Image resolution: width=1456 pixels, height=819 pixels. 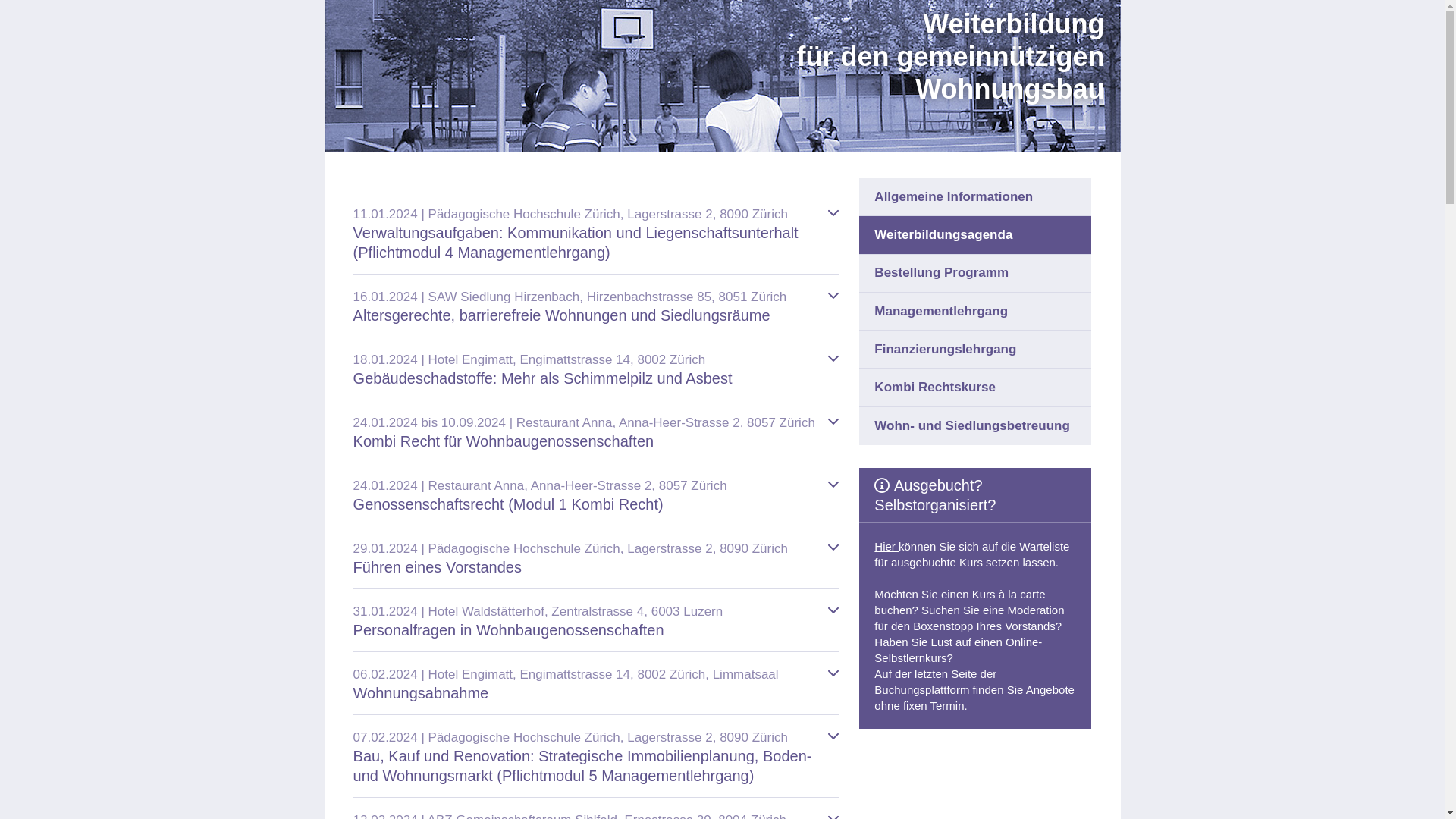 I want to click on 'Hier ', so click(x=886, y=546).